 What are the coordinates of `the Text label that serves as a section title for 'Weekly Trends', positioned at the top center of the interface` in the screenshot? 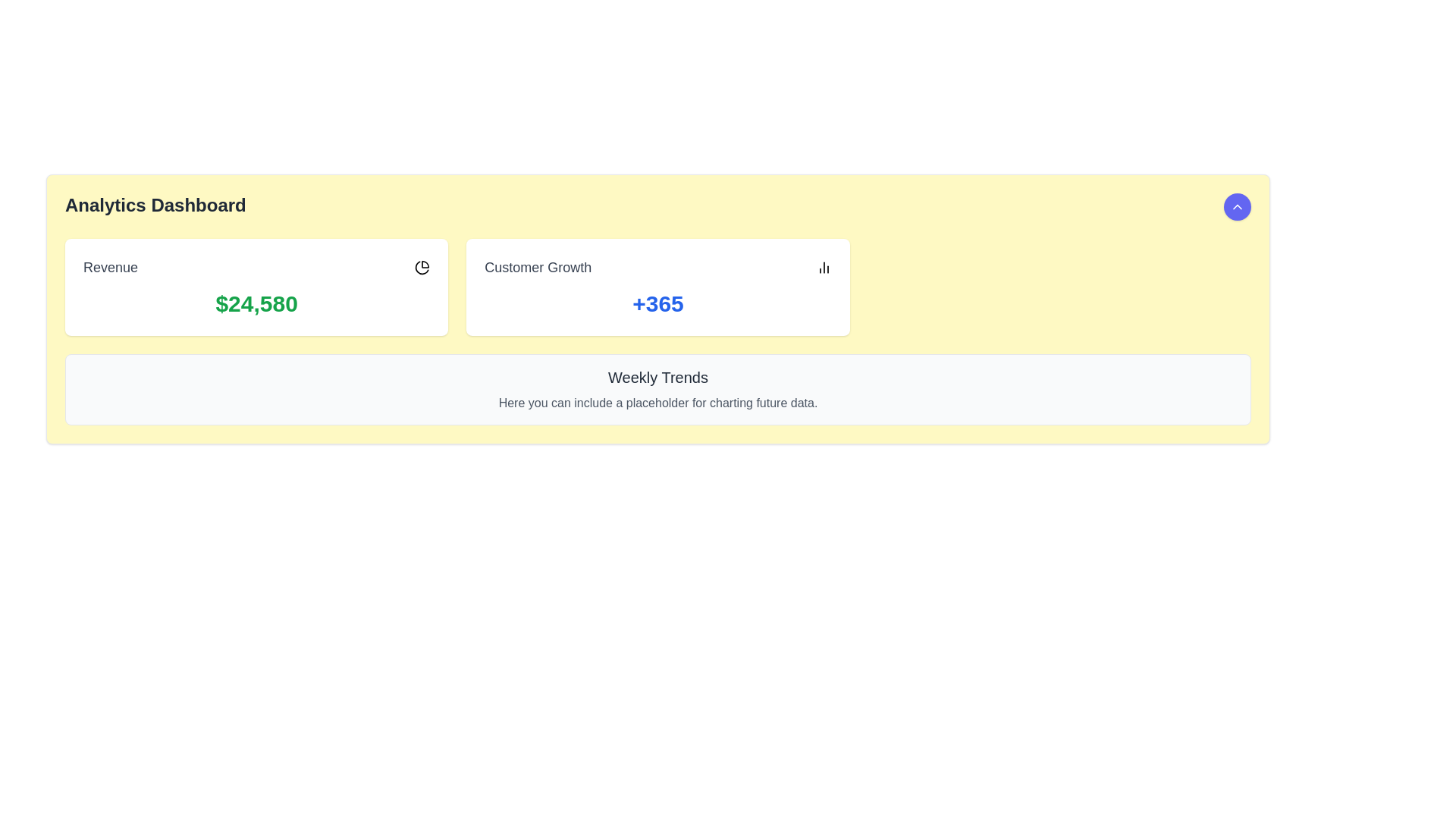 It's located at (658, 376).